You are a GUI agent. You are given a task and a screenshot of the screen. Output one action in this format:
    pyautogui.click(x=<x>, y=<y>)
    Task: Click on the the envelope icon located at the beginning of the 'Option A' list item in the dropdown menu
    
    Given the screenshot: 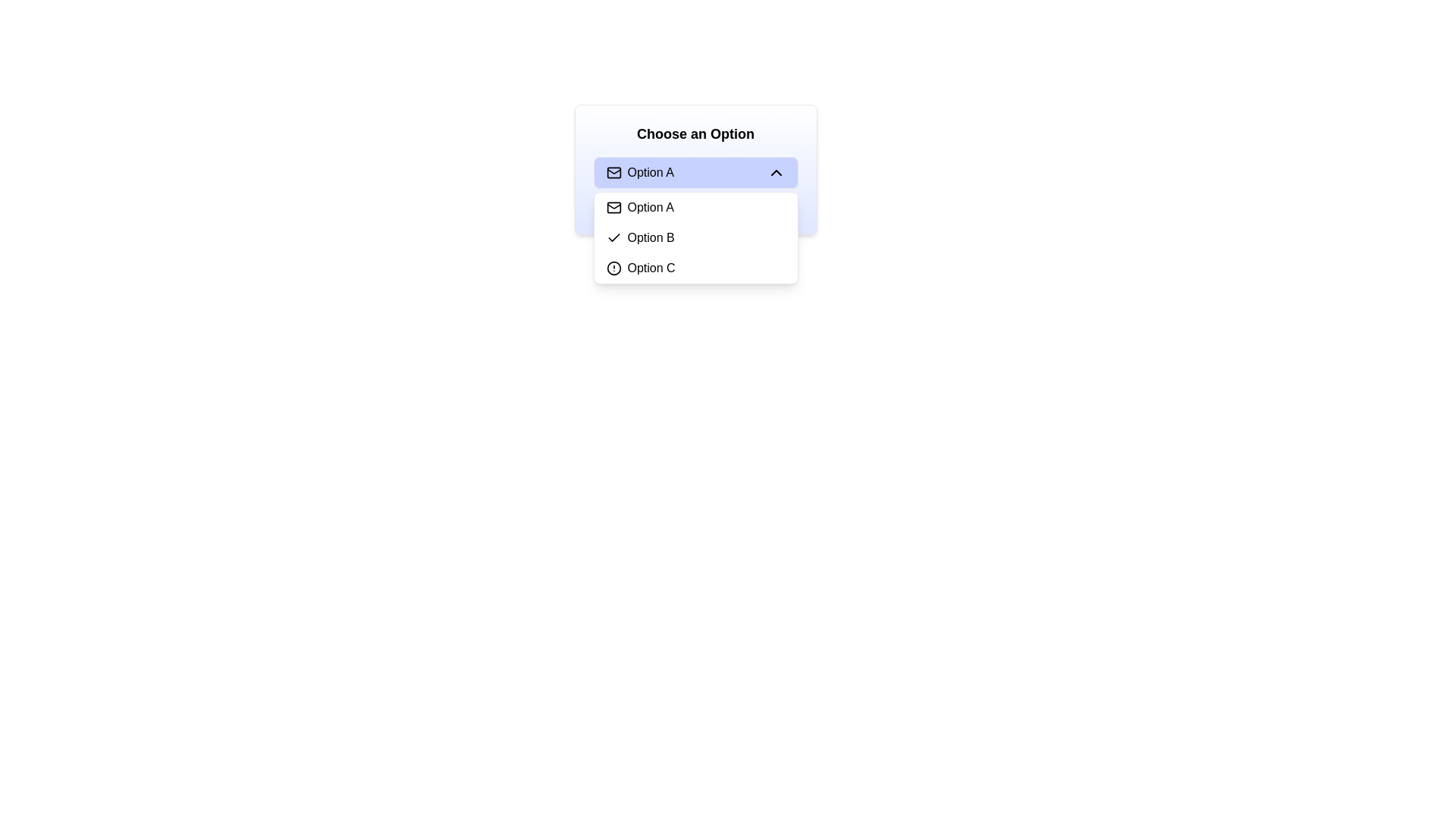 What is the action you would take?
    pyautogui.click(x=613, y=171)
    